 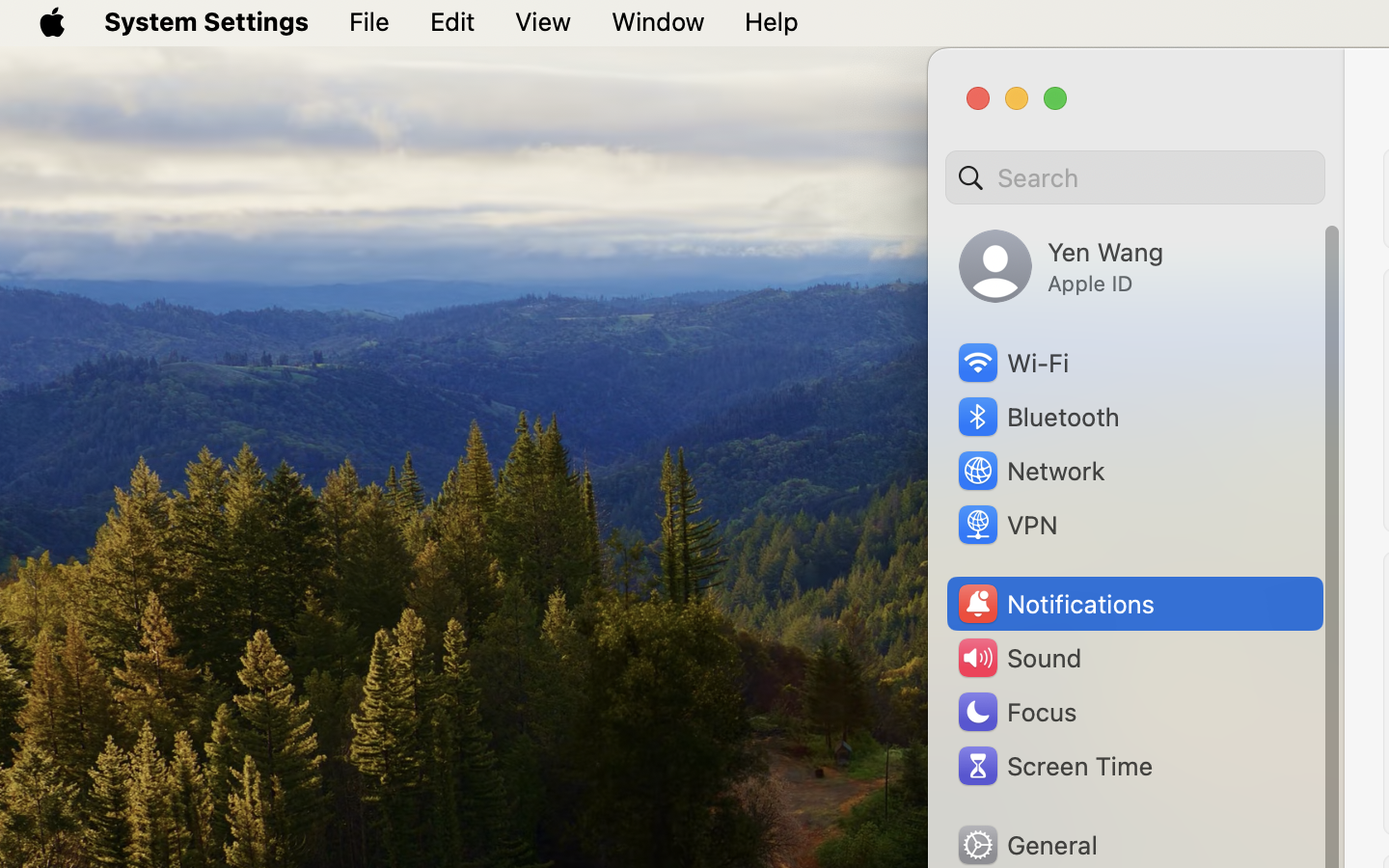 What do you see at coordinates (1018, 657) in the screenshot?
I see `'Sound'` at bounding box center [1018, 657].